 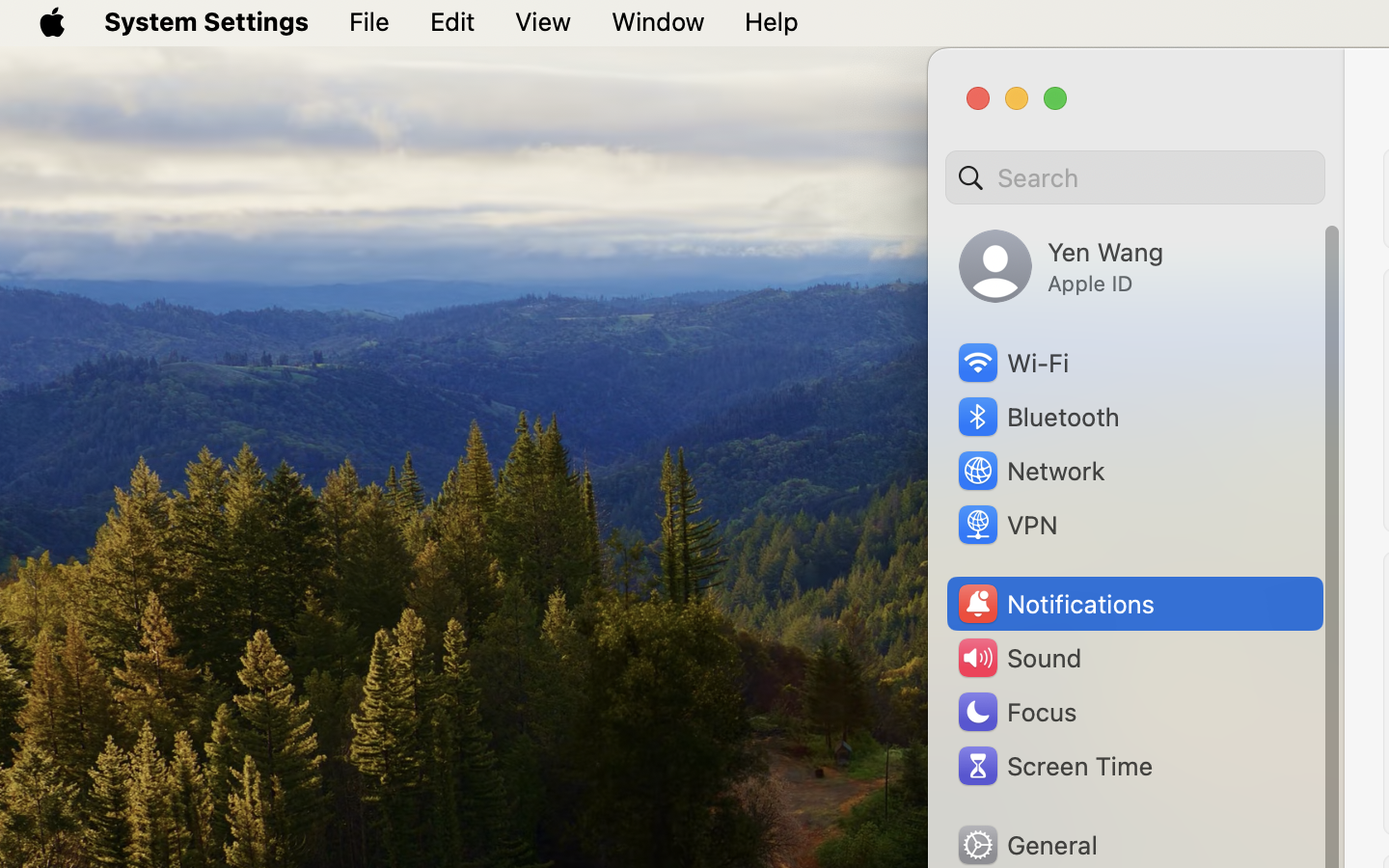 What do you see at coordinates (1018, 657) in the screenshot?
I see `'Sound'` at bounding box center [1018, 657].